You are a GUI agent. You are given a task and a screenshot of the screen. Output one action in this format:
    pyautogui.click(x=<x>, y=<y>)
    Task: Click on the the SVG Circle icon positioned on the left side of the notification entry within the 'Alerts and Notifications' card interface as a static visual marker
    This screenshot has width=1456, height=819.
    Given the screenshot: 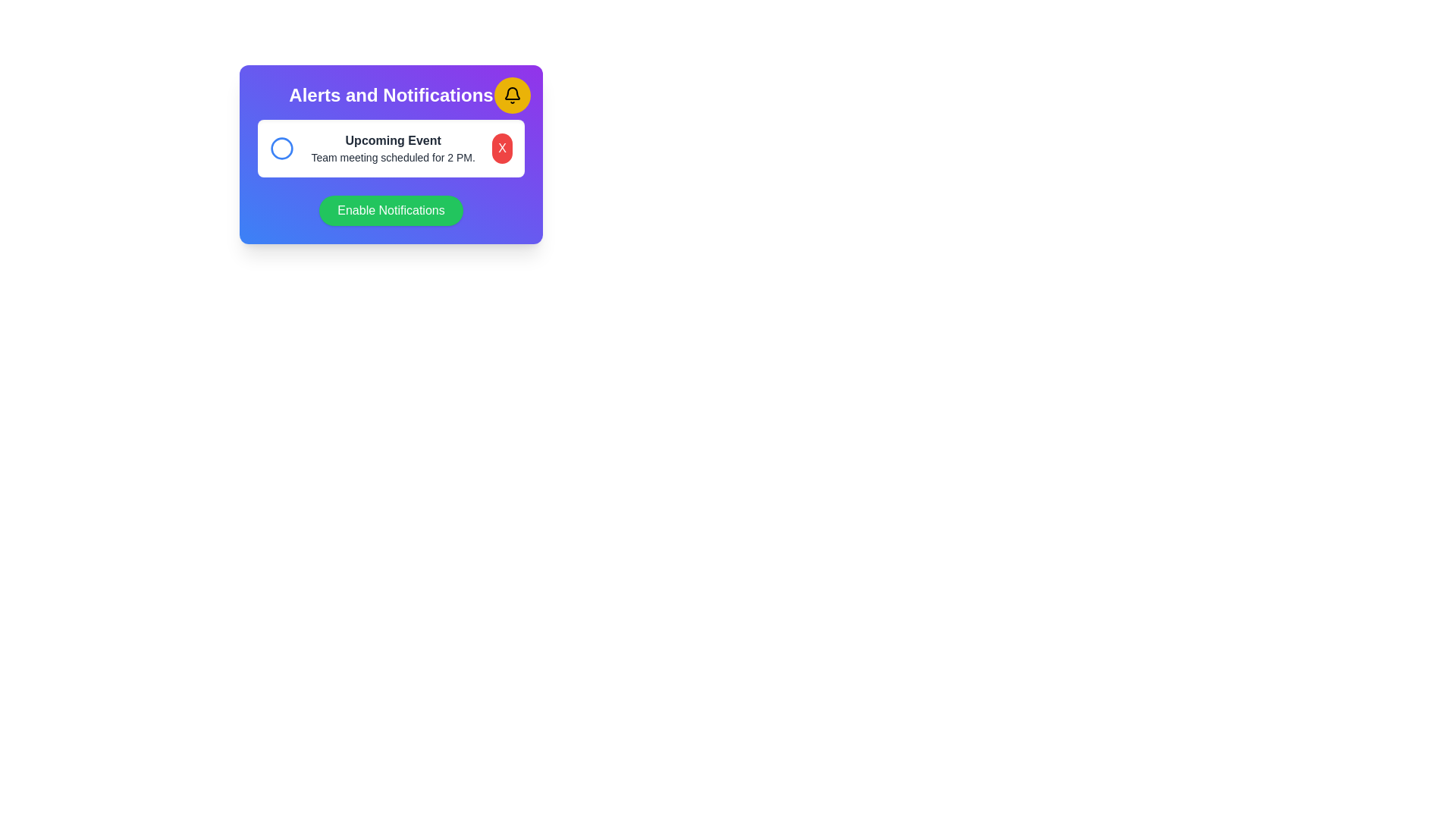 What is the action you would take?
    pyautogui.click(x=282, y=149)
    